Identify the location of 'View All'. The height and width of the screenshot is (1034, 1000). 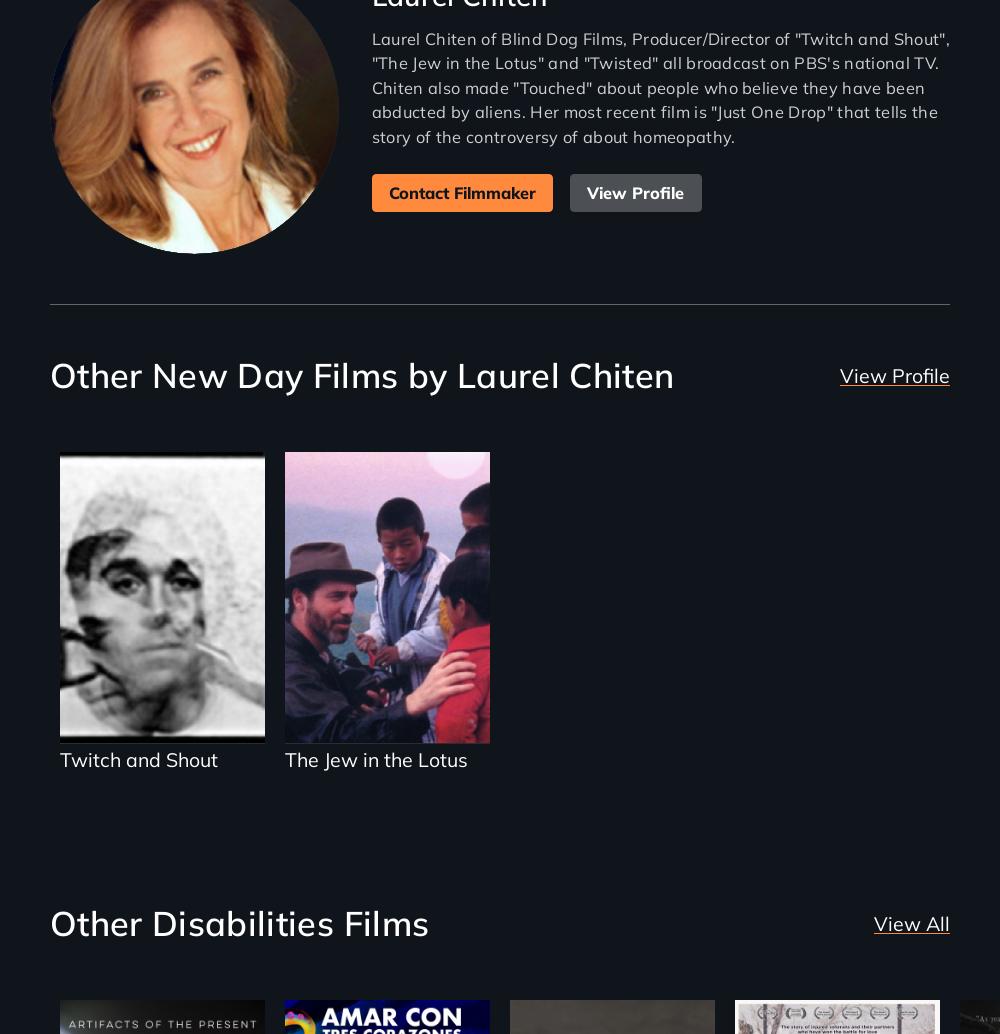
(912, 922).